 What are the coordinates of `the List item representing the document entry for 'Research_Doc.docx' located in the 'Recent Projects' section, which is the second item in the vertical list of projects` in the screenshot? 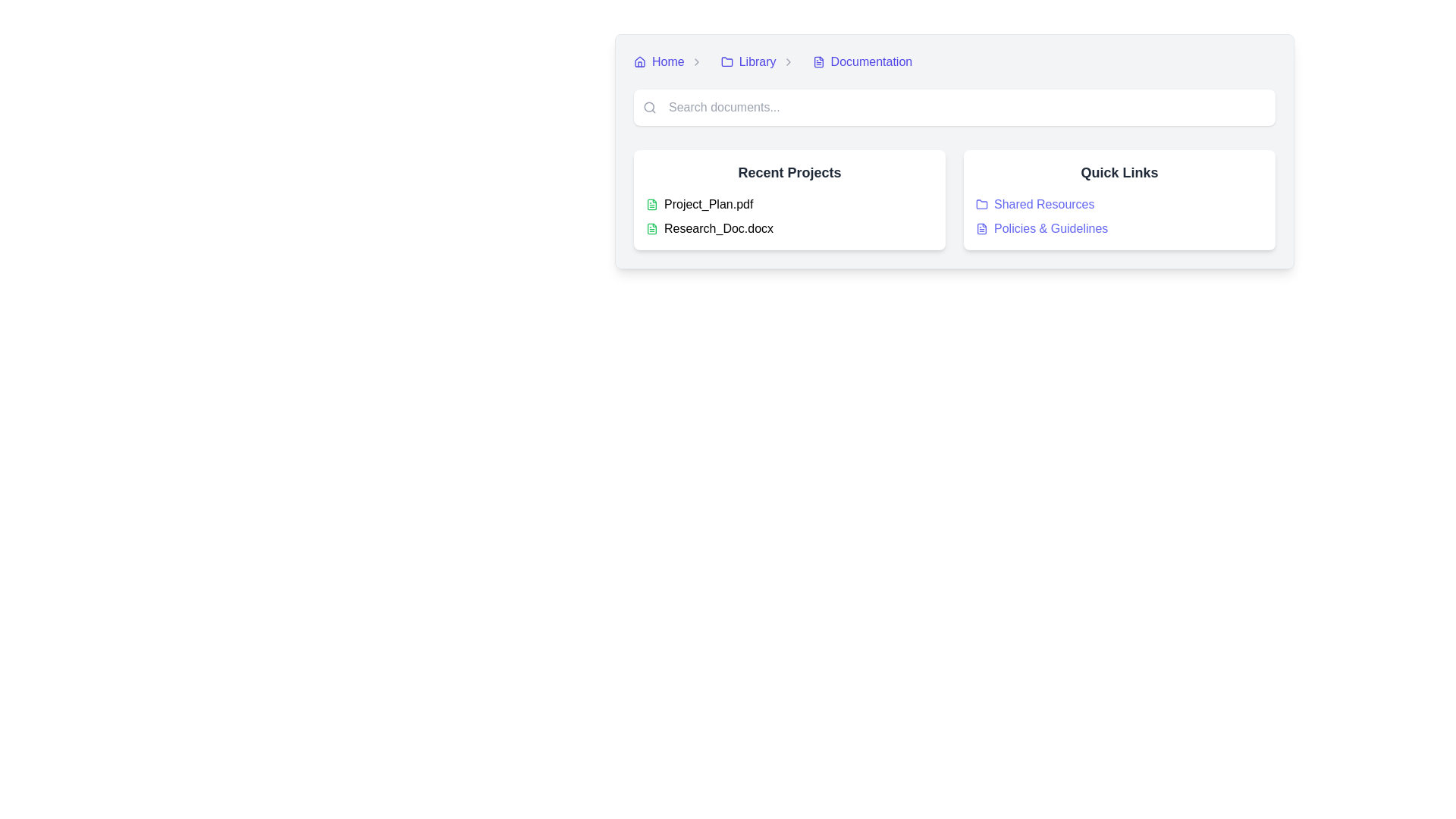 It's located at (789, 228).